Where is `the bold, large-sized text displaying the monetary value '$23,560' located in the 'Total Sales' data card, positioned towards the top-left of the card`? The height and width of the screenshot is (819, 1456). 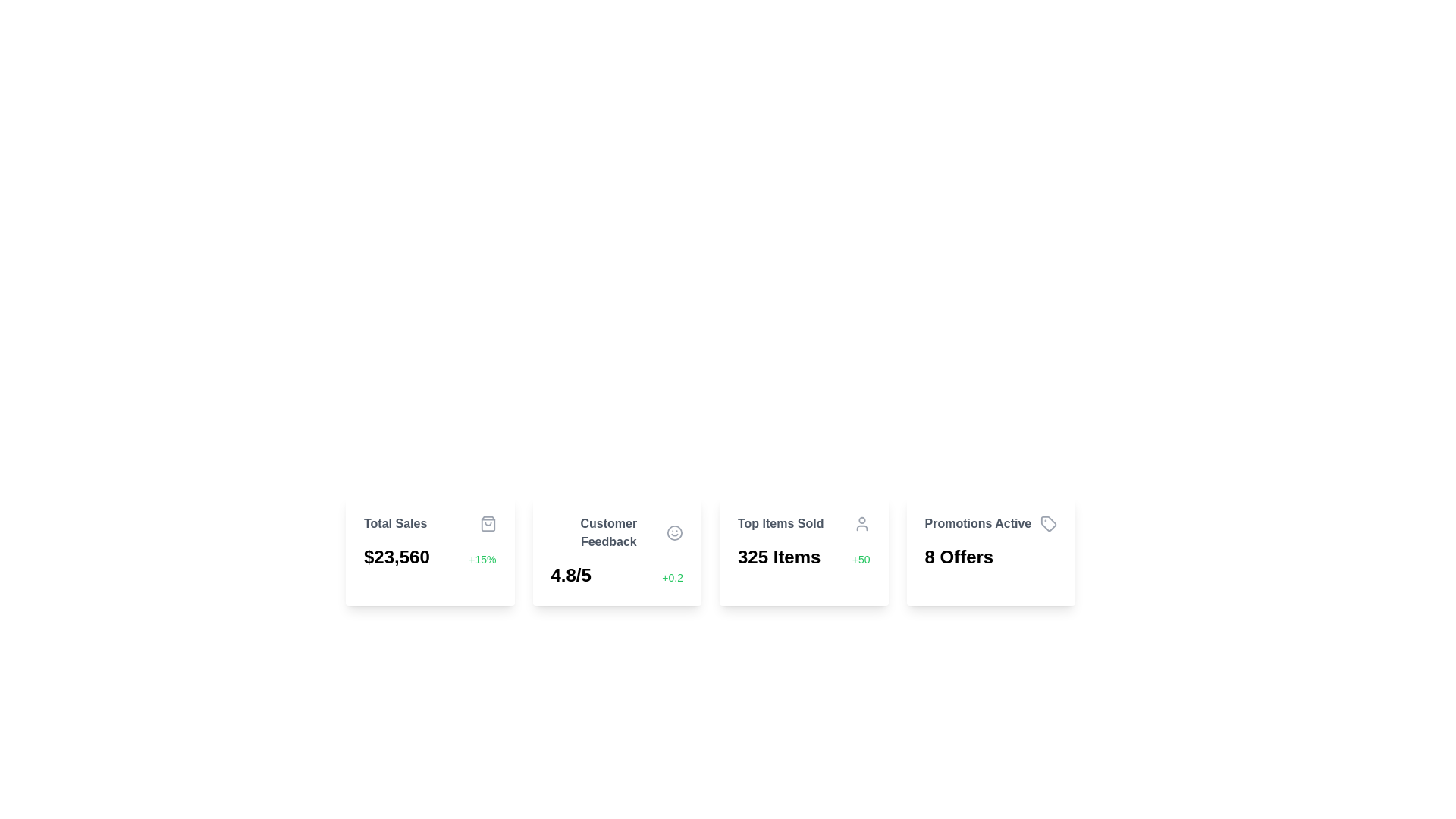
the bold, large-sized text displaying the monetary value '$23,560' located in the 'Total Sales' data card, positioned towards the top-left of the card is located at coordinates (397, 557).